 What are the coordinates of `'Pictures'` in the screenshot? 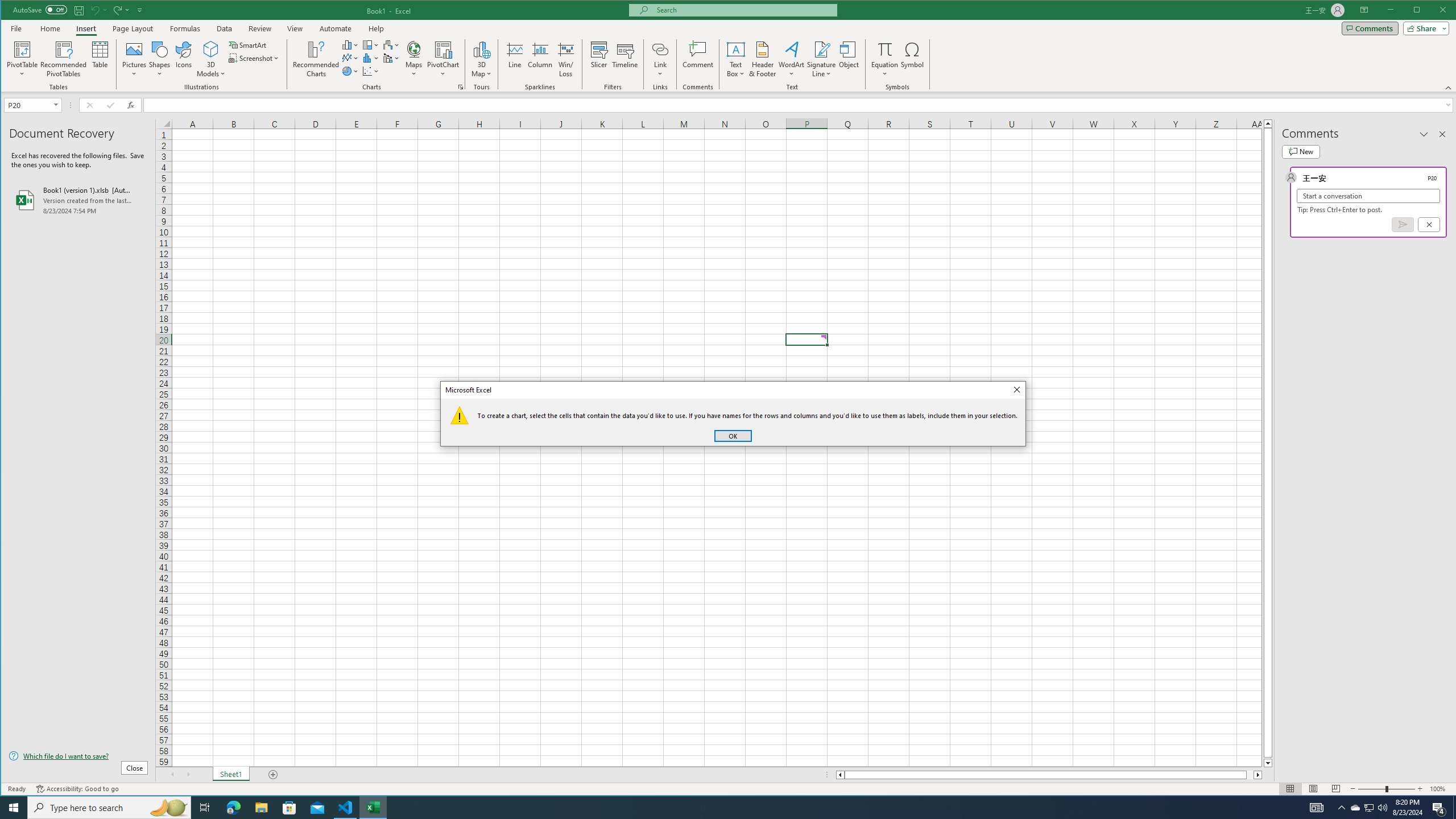 It's located at (134, 59).